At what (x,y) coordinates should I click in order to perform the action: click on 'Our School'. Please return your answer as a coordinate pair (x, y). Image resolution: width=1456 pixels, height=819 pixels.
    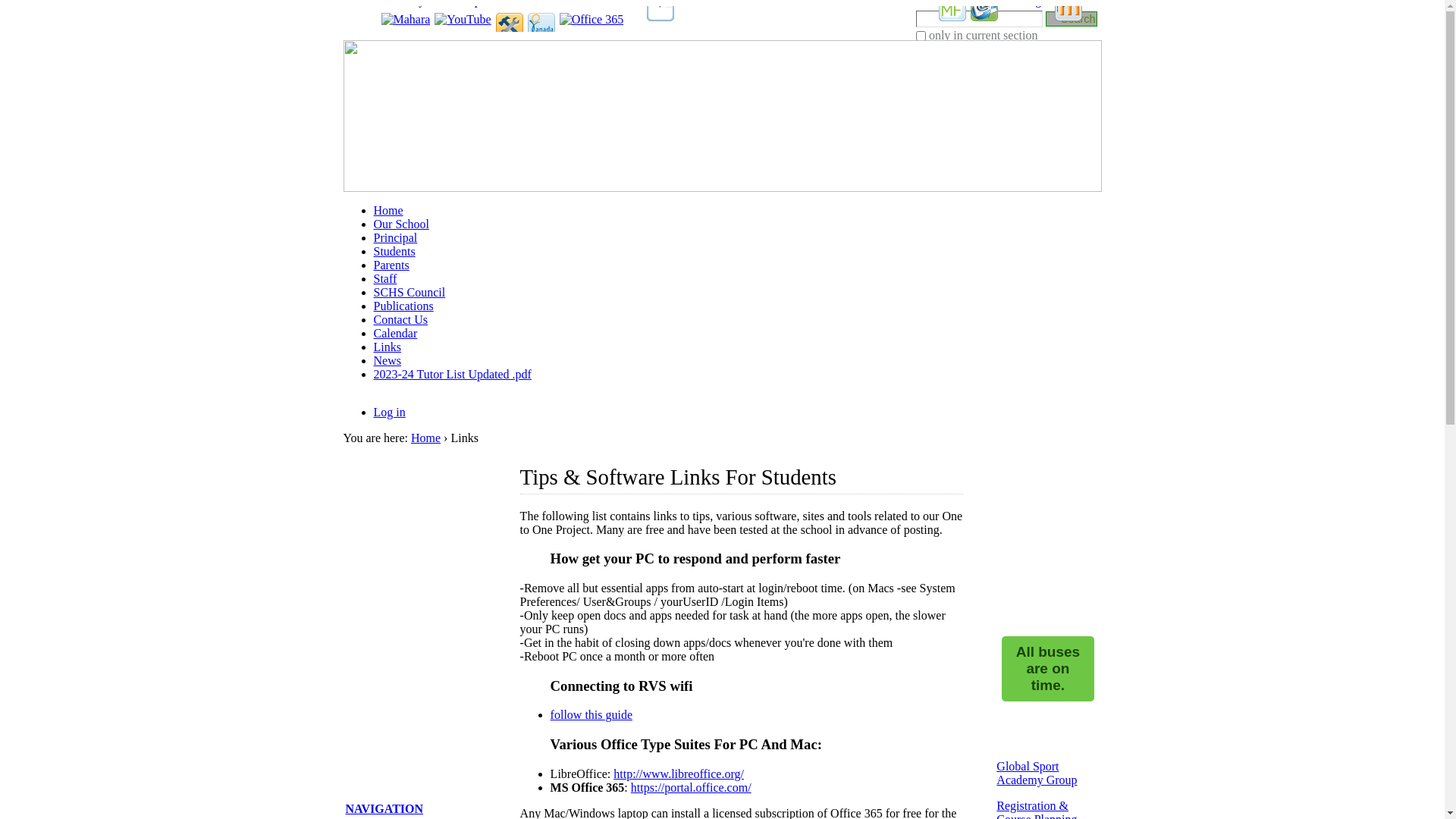
    Looking at the image, I should click on (400, 224).